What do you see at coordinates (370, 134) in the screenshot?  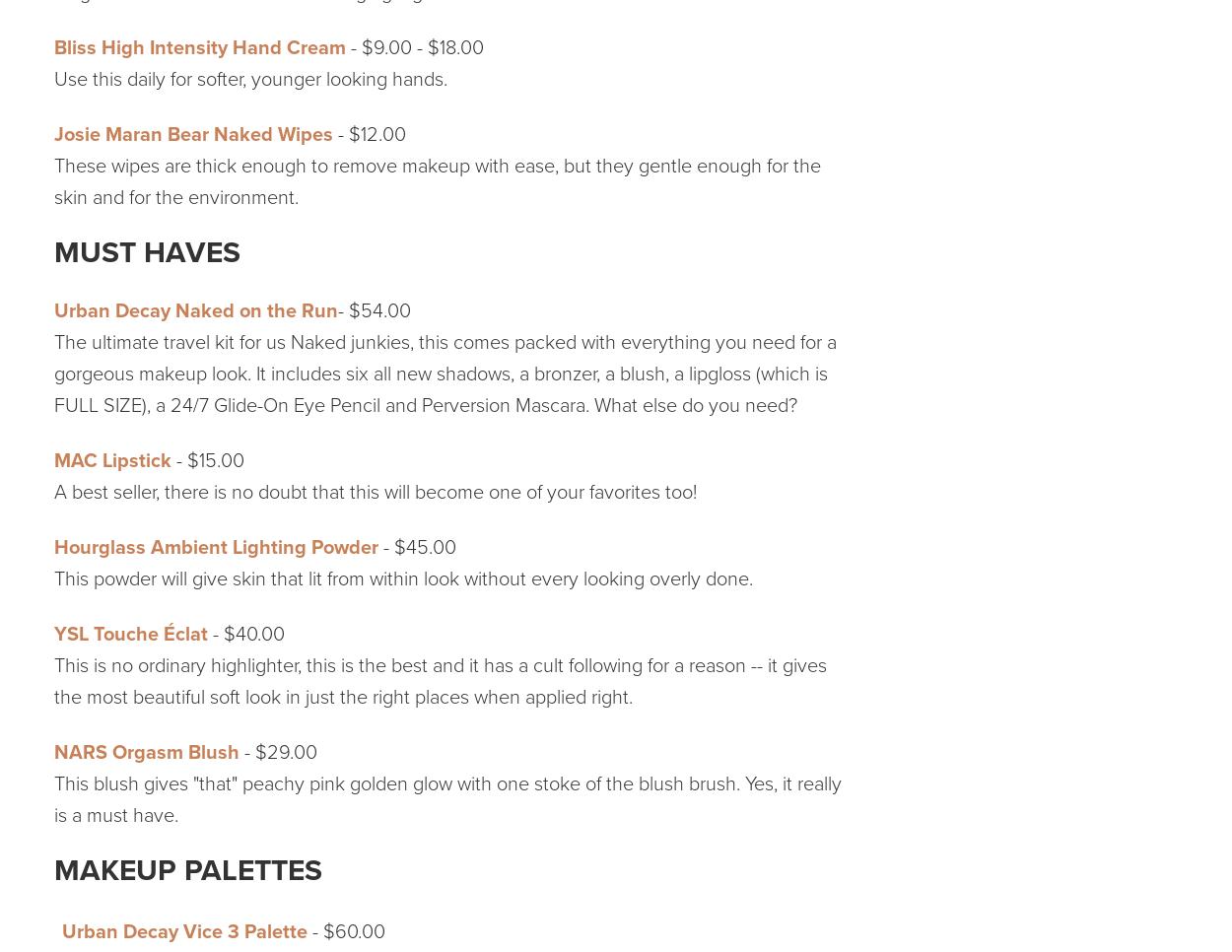 I see `'- $12.00'` at bounding box center [370, 134].